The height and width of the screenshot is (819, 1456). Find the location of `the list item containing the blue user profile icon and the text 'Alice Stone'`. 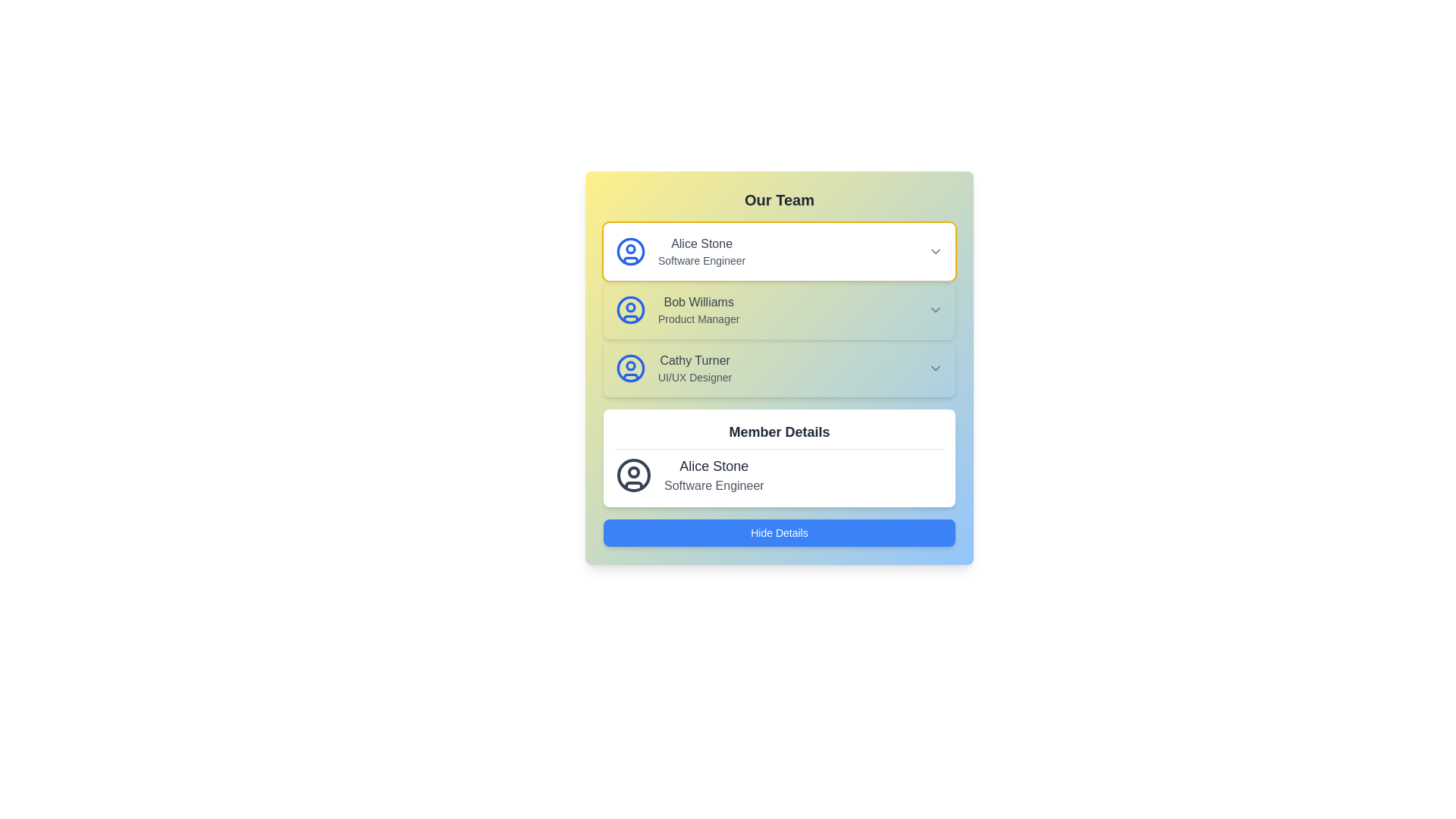

the list item containing the blue user profile icon and the text 'Alice Stone' is located at coordinates (679, 250).